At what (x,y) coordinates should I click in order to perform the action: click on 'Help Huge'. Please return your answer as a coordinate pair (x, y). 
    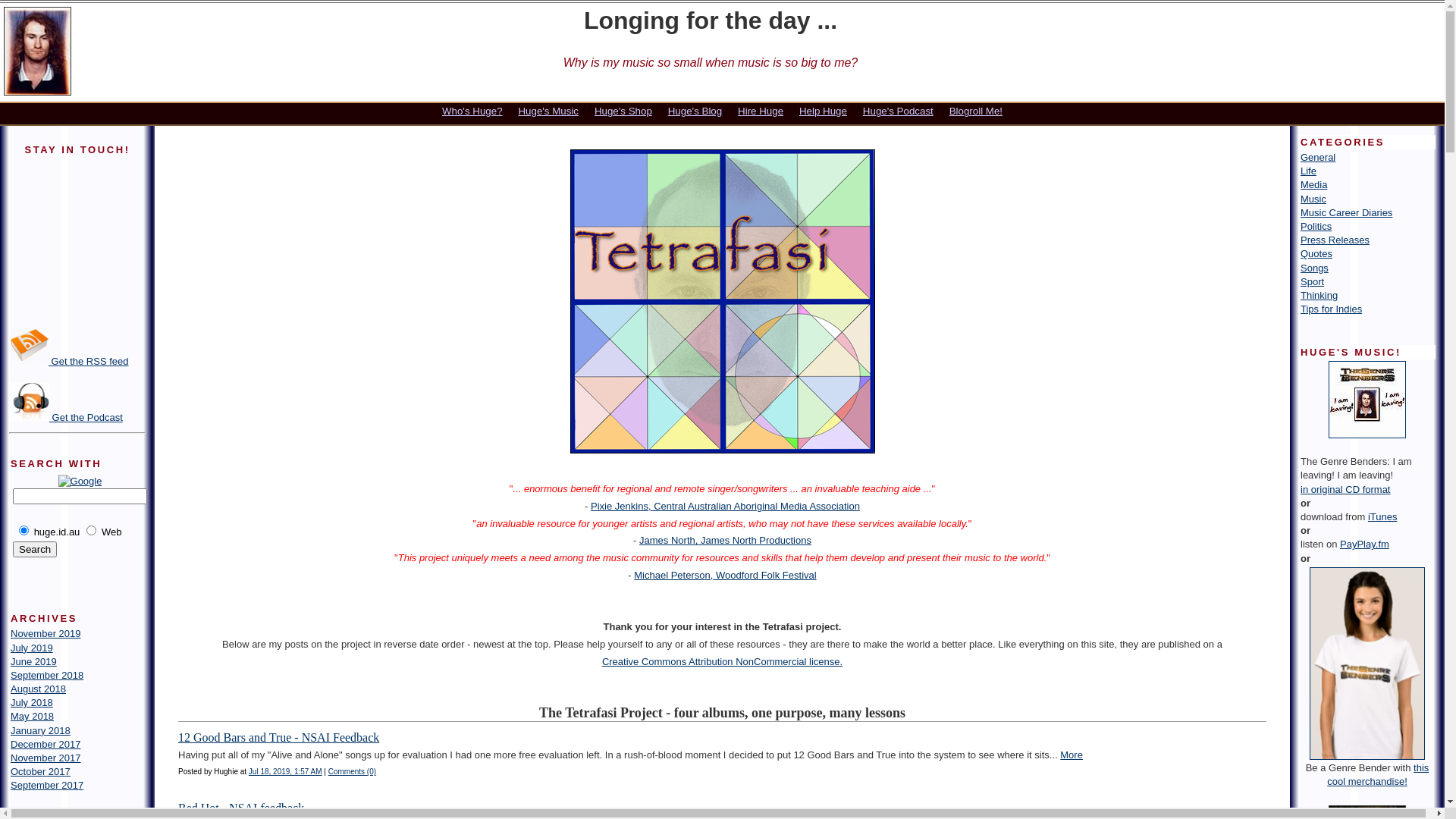
    Looking at the image, I should click on (799, 110).